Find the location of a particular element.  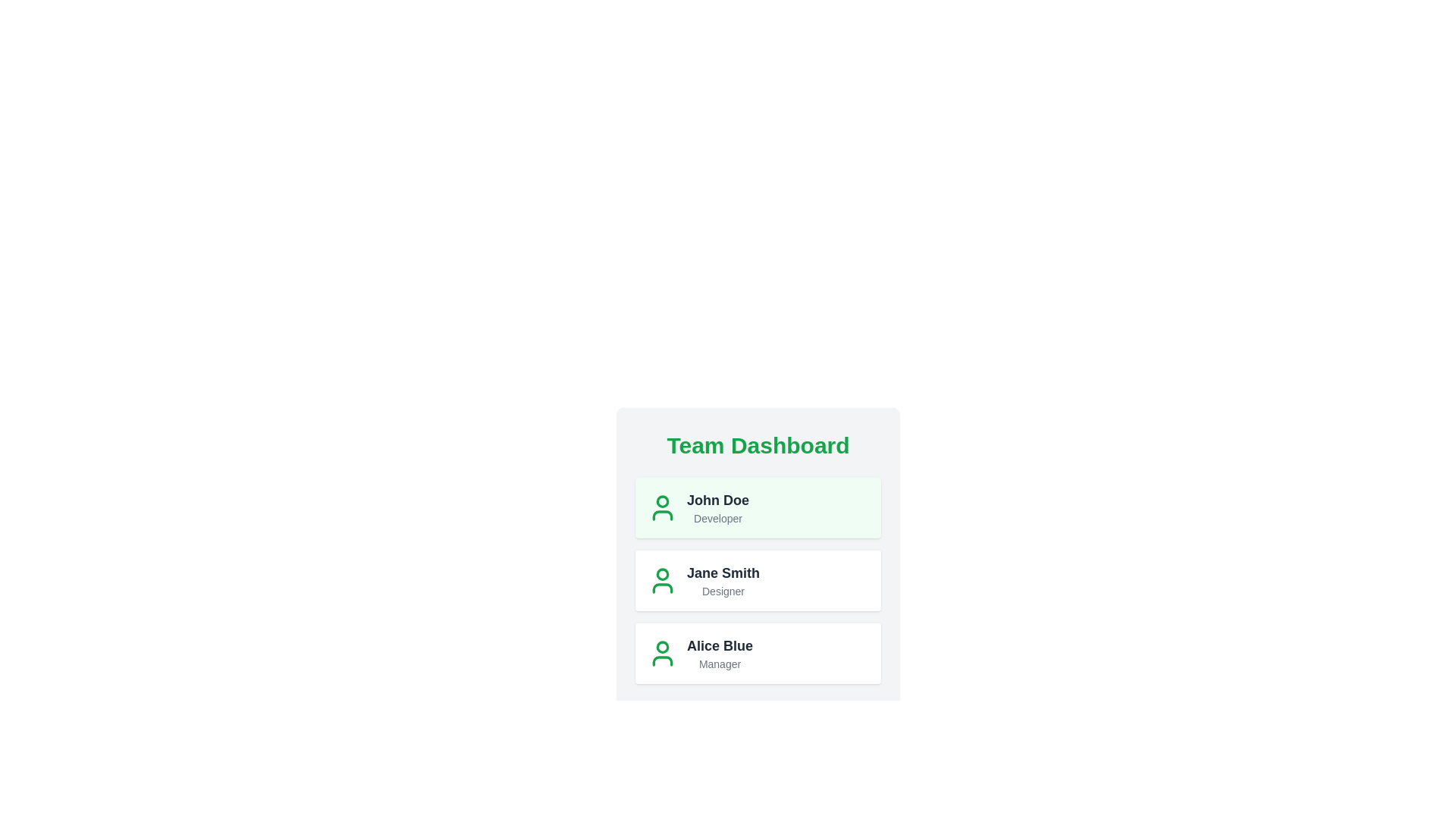

the avatar icon representing 'John Doe' is located at coordinates (662, 508).